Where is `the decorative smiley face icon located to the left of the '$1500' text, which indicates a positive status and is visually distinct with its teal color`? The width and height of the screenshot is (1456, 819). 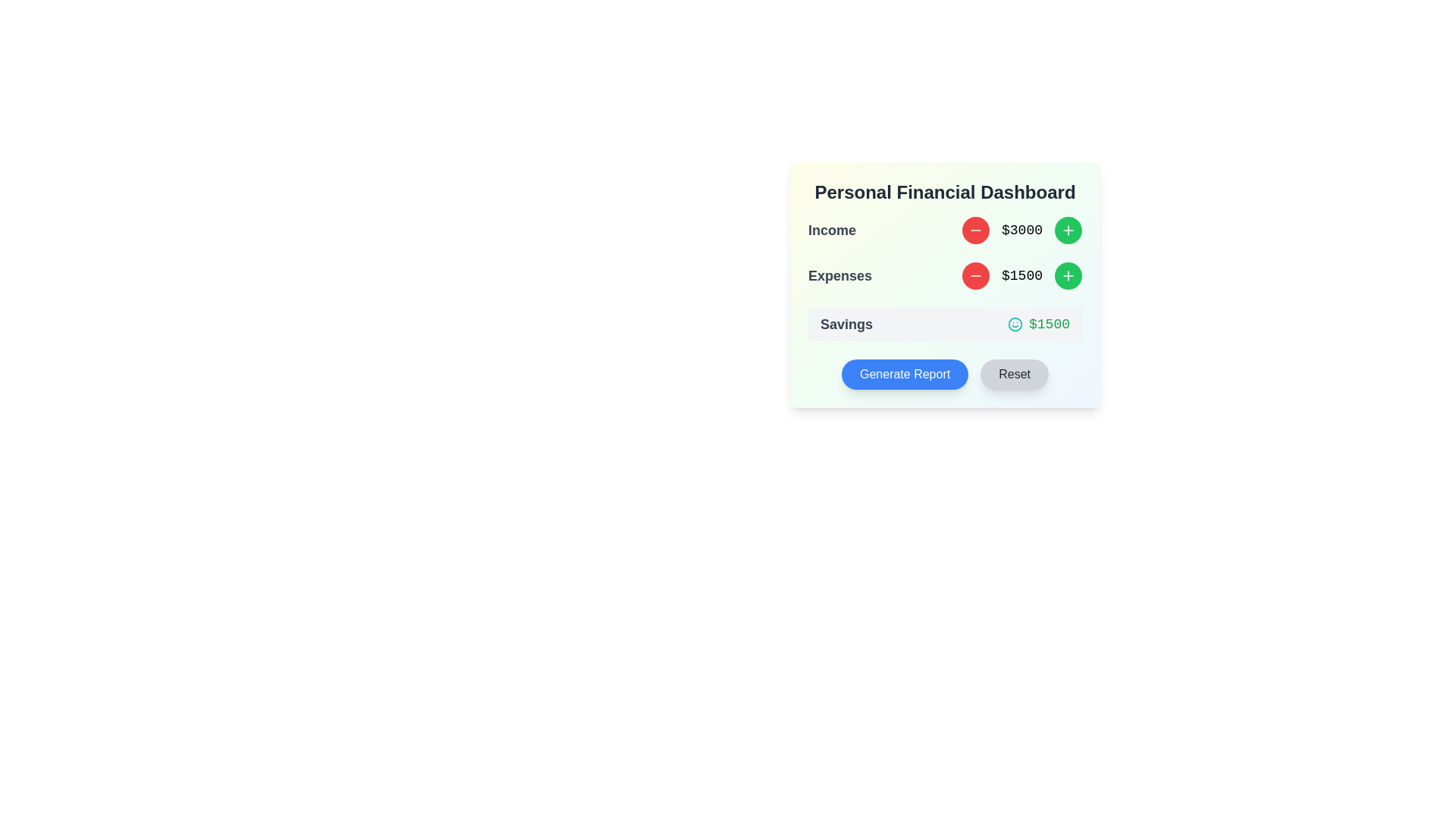 the decorative smiley face icon located to the left of the '$1500' text, which indicates a positive status and is visually distinct with its teal color is located at coordinates (1015, 324).